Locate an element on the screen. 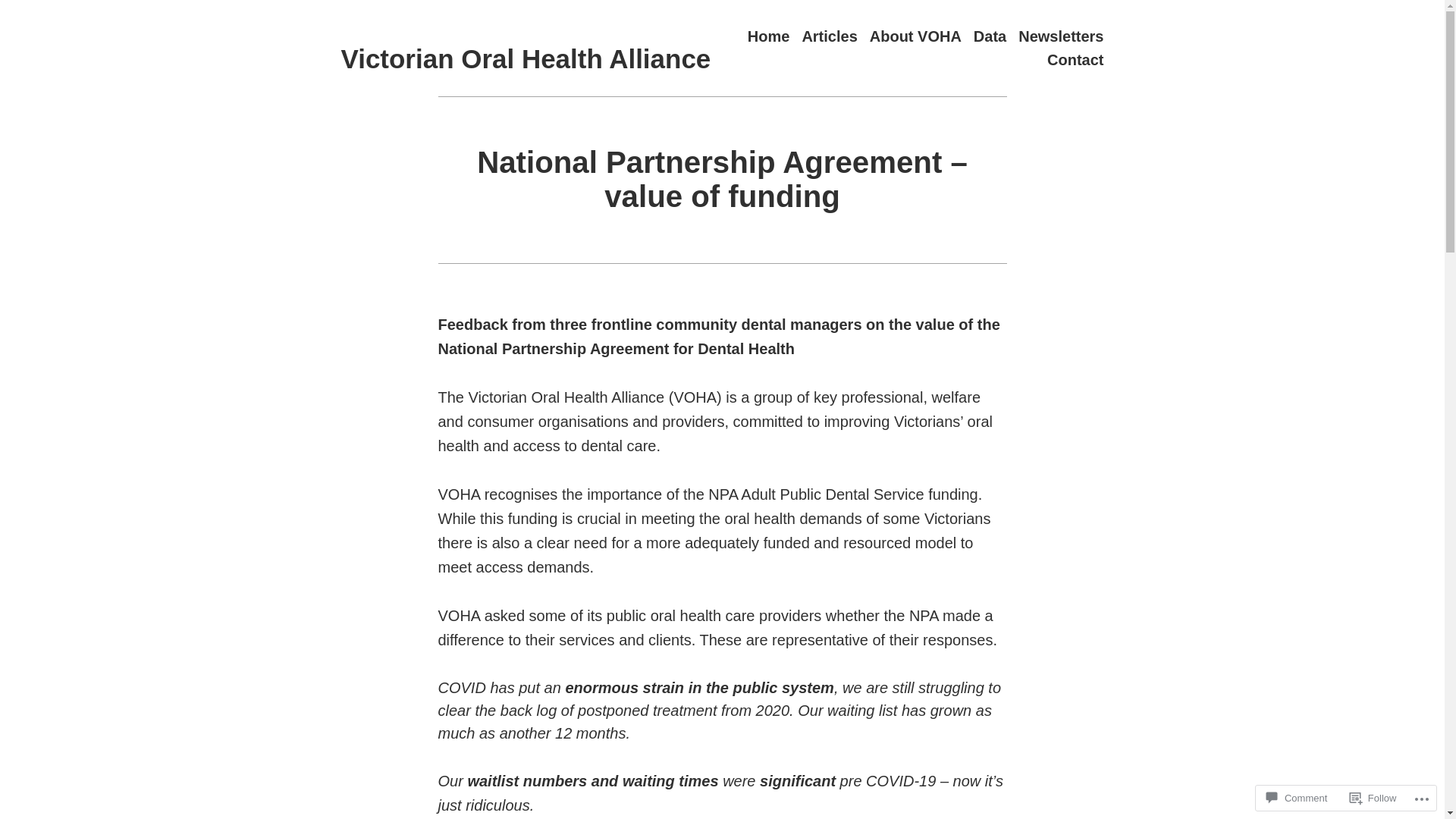 This screenshot has height=819, width=1456. 'Comment' is located at coordinates (1260, 797).